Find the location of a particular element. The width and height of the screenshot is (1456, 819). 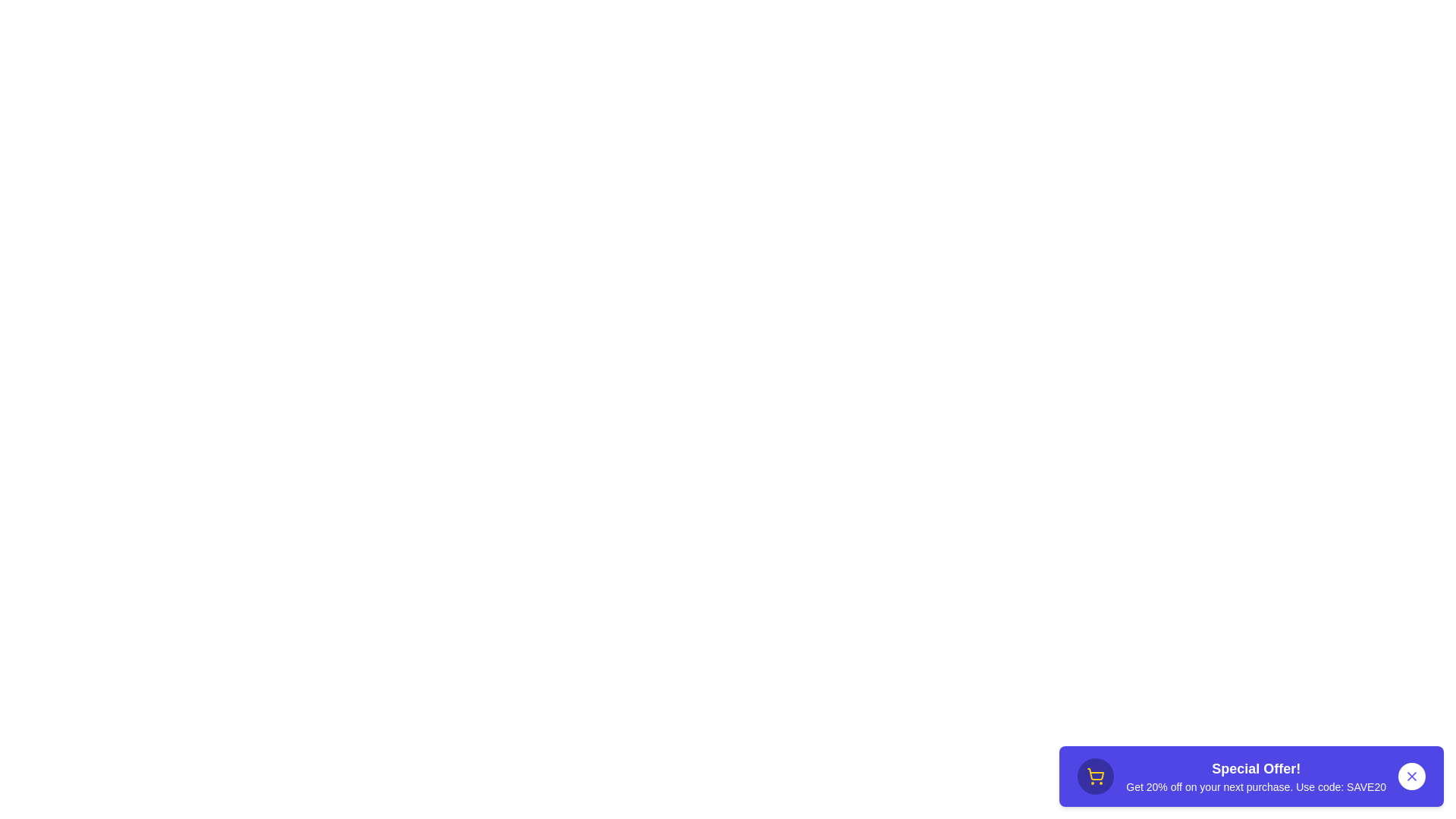

the close button to dismiss the notification is located at coordinates (1411, 776).